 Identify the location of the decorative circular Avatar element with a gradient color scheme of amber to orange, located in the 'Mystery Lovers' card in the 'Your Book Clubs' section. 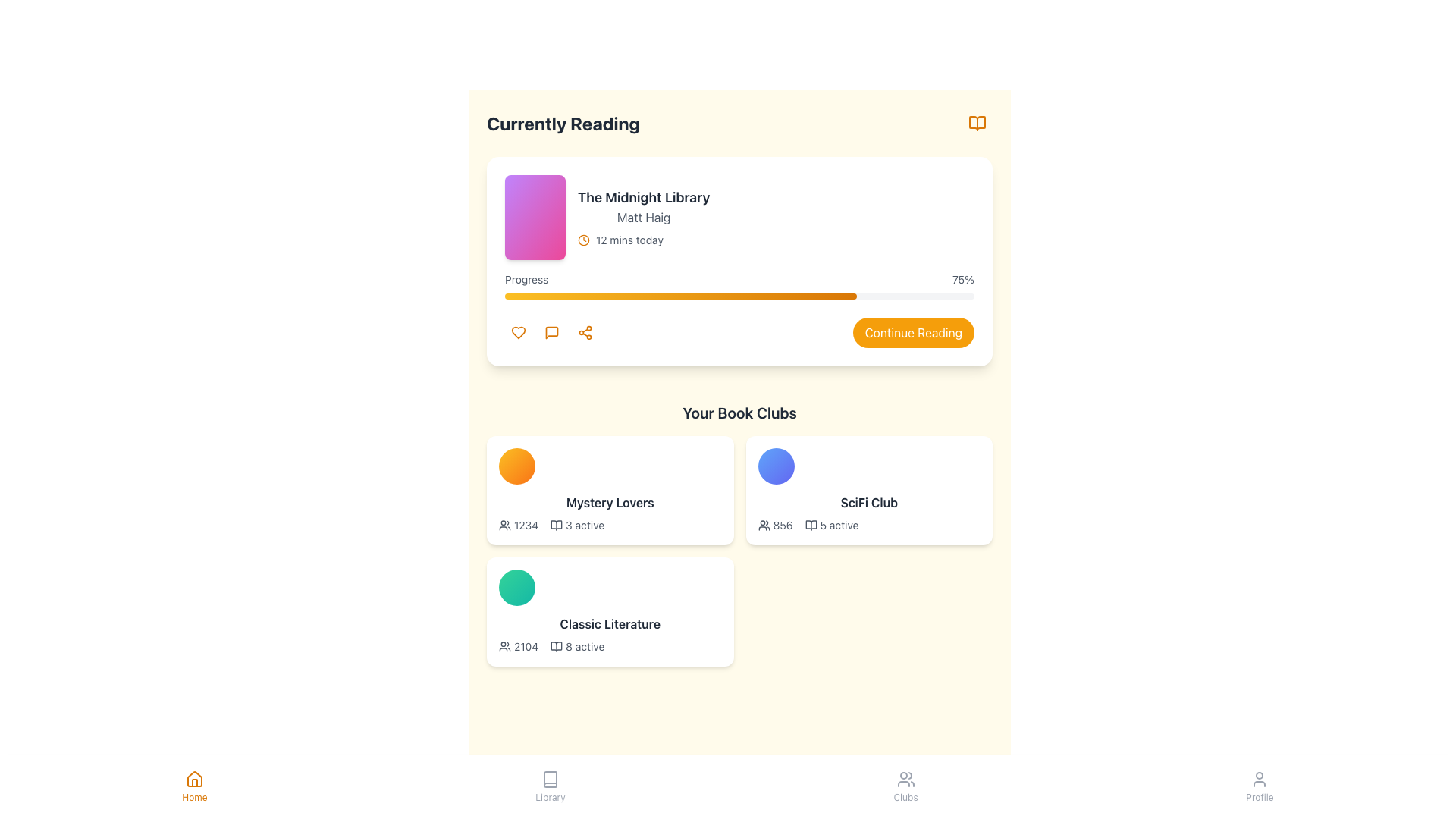
(516, 465).